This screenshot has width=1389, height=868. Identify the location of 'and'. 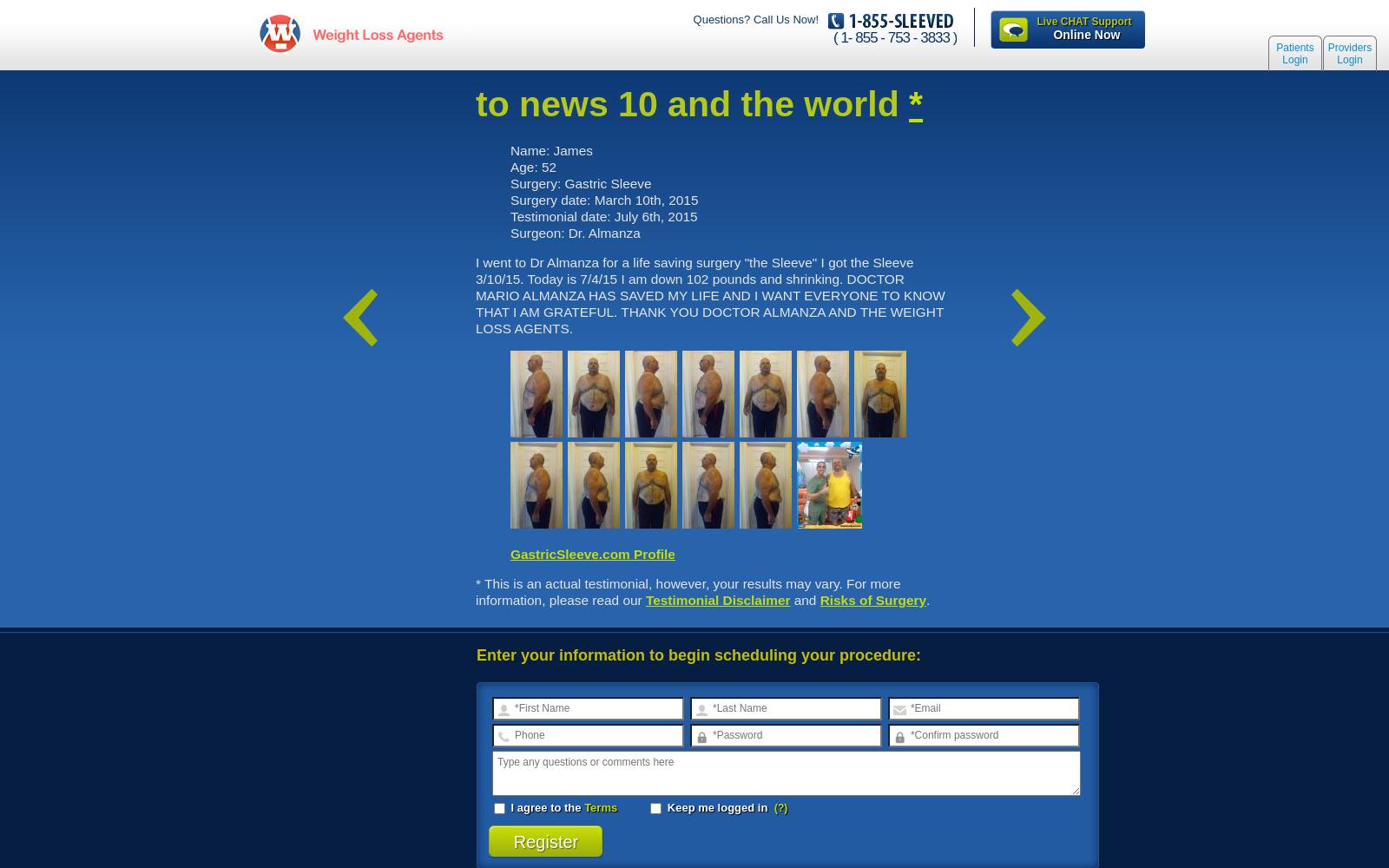
(804, 598).